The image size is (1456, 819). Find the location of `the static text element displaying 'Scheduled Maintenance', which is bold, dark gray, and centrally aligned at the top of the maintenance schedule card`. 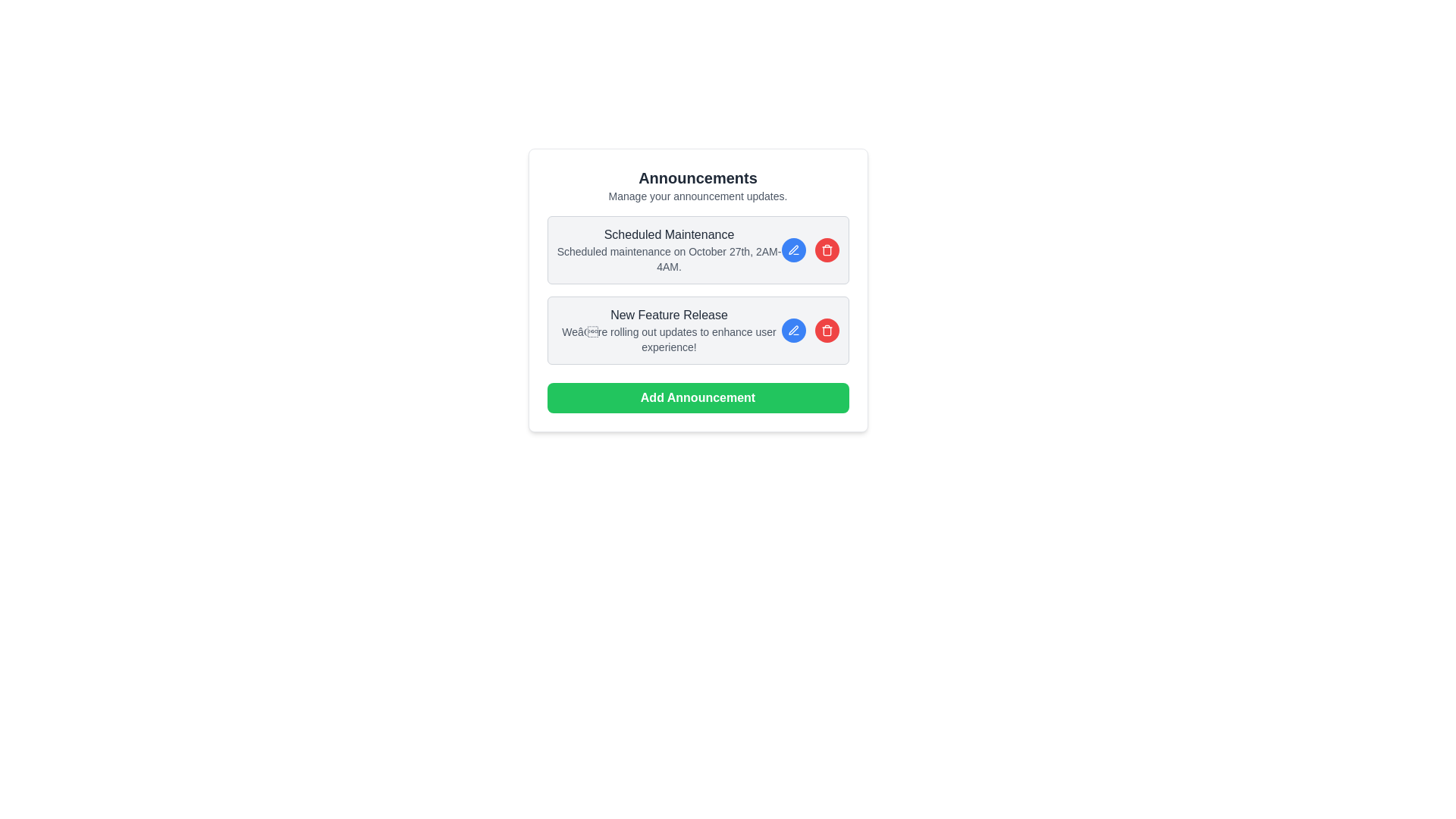

the static text element displaying 'Scheduled Maintenance', which is bold, dark gray, and centrally aligned at the top of the maintenance schedule card is located at coordinates (668, 234).